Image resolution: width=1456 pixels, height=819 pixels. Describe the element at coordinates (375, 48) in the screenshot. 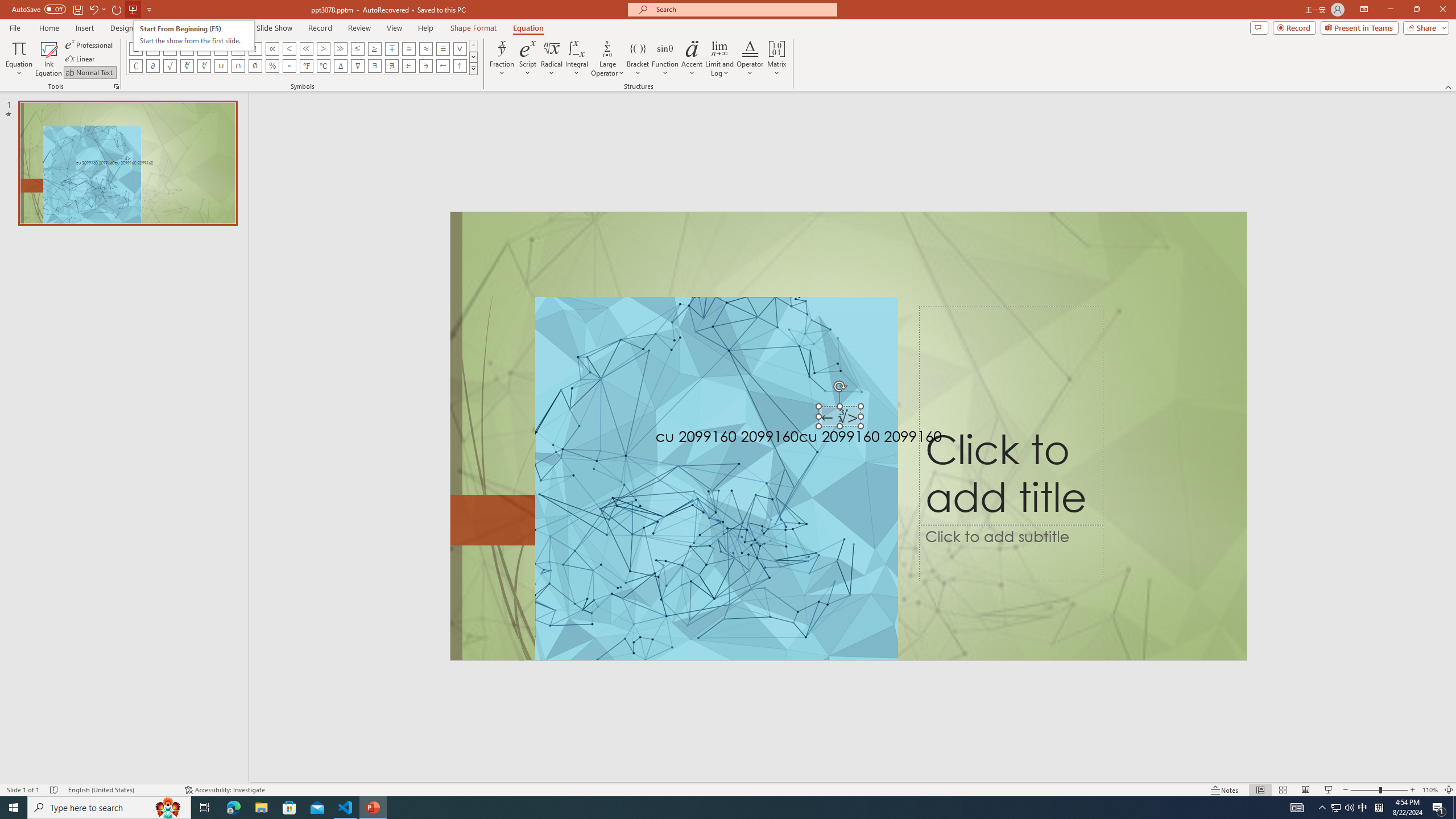

I see `'Equation Symbol Greater Than or Equal To'` at that location.